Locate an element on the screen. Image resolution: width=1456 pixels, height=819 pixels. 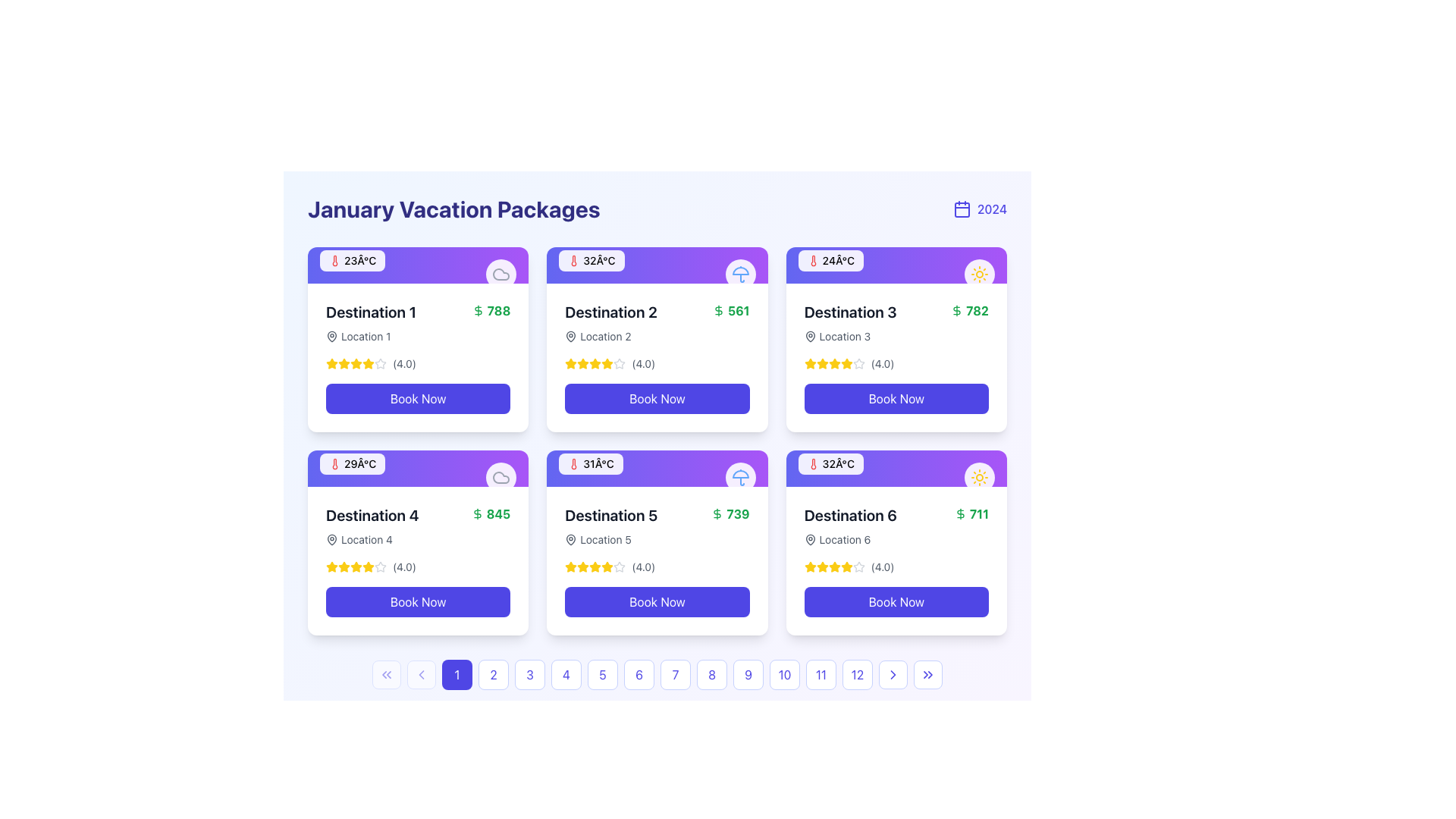
the red thermometer icon located in the top left corner of the card labeled 'Destination 2', positioned to the left of the temperature label '32°C' is located at coordinates (573, 259).